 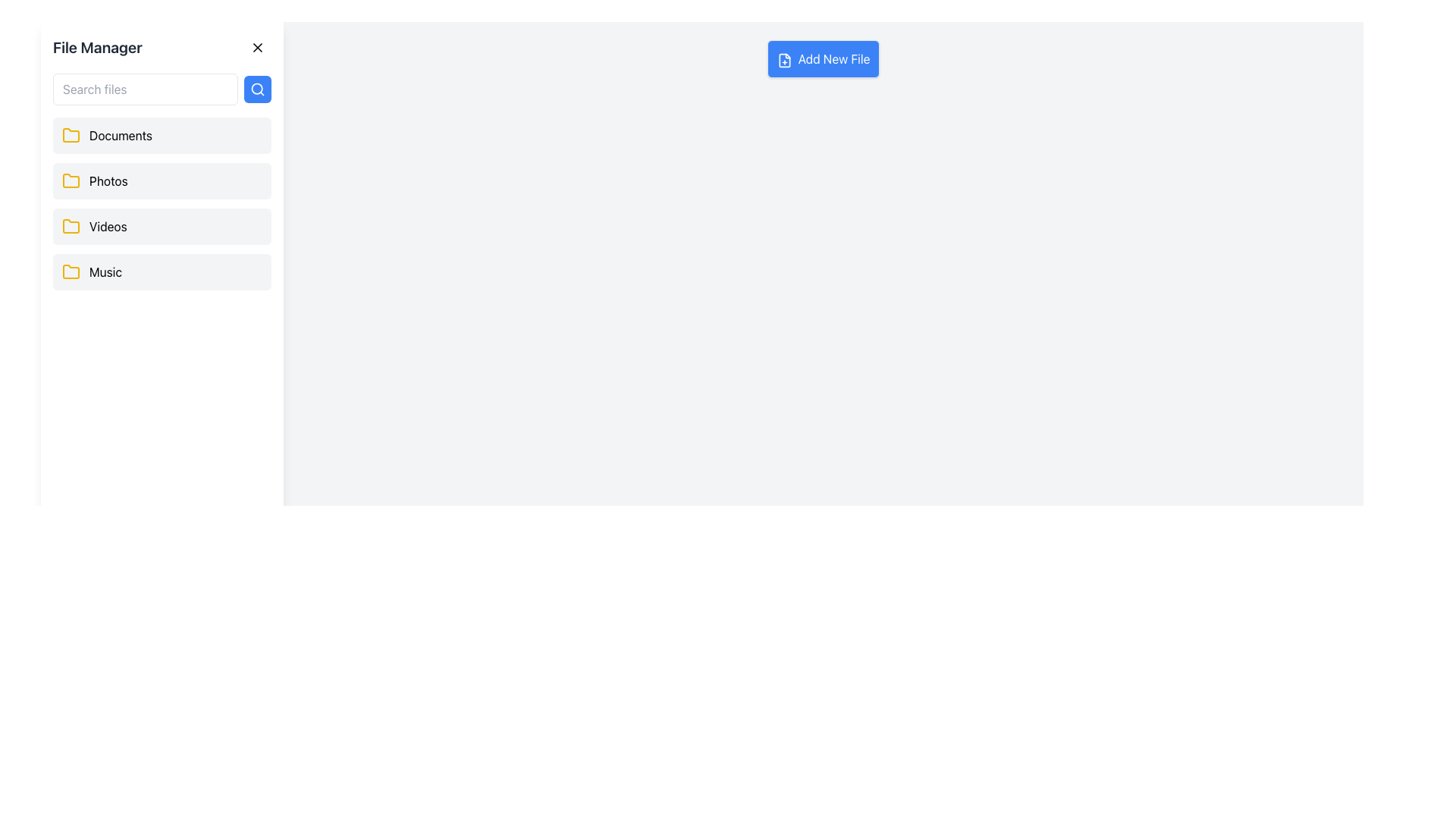 What do you see at coordinates (71, 180) in the screenshot?
I see `the 'Photos' icon in the file manager navigation panel, located adjacent to the 'Photos' label` at bounding box center [71, 180].